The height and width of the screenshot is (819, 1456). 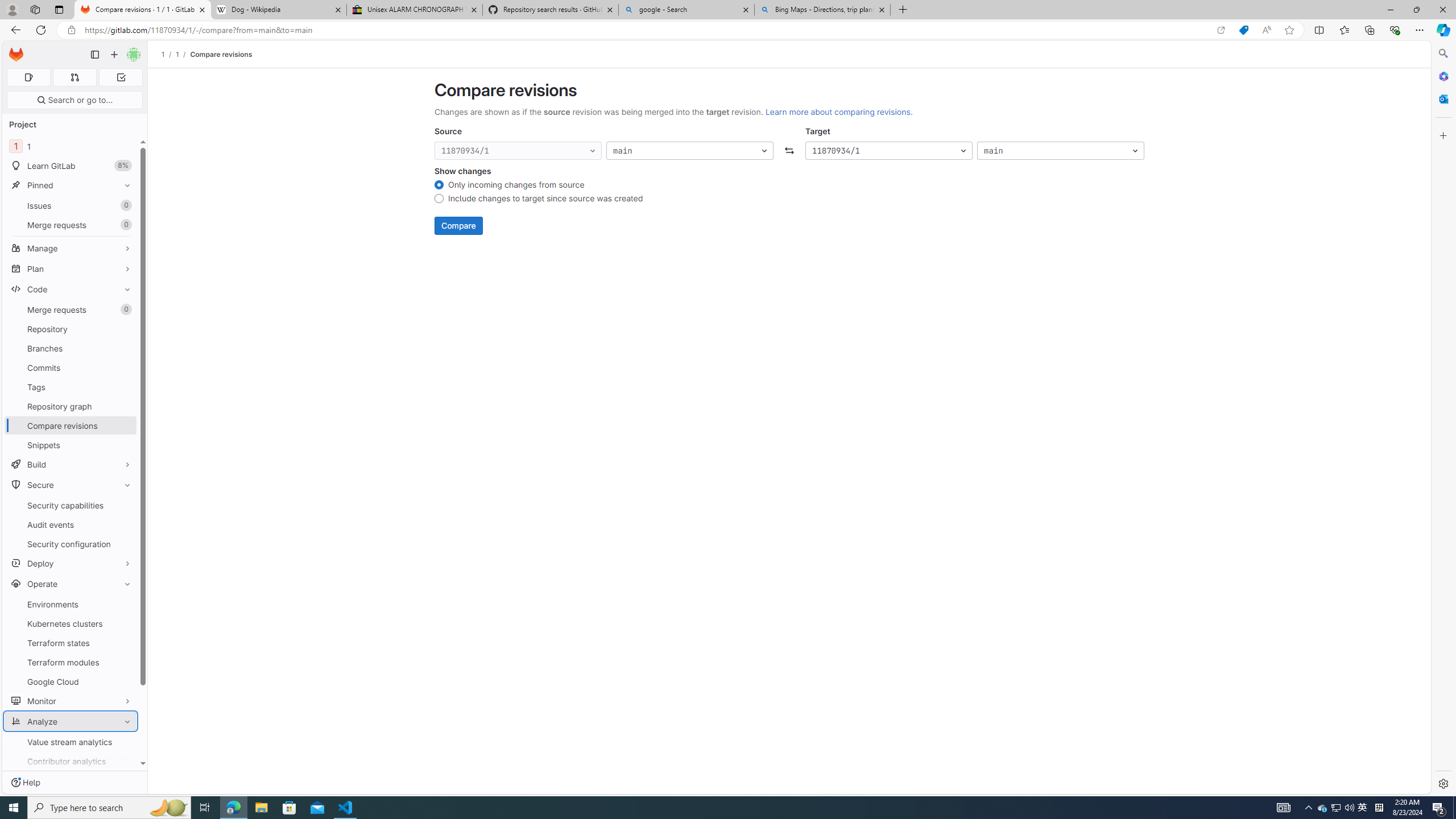 What do you see at coordinates (125, 348) in the screenshot?
I see `'Pin Branches'` at bounding box center [125, 348].